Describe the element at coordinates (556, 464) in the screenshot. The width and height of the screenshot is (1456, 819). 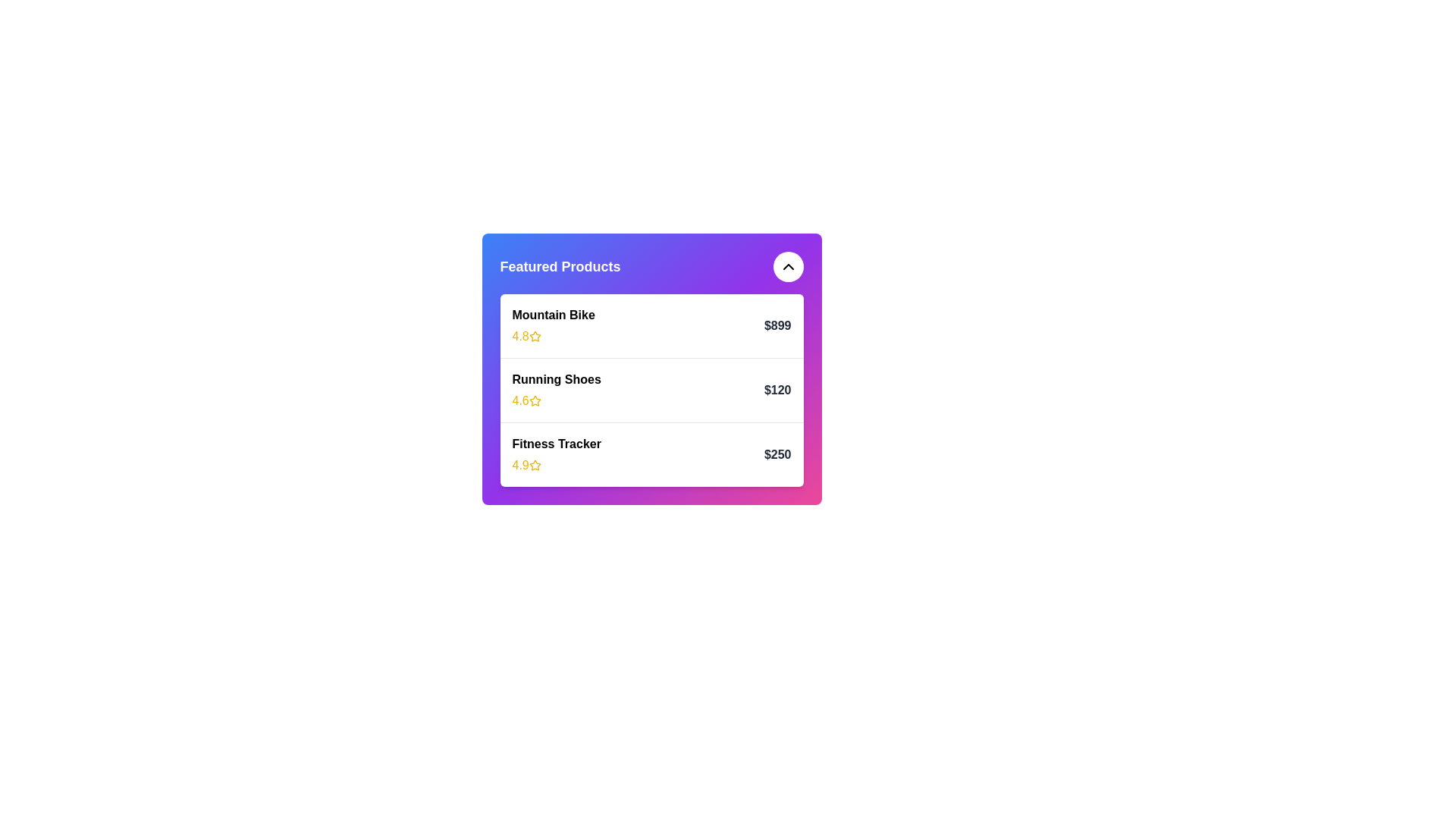
I see `the third rating element displaying the user or product rating for the 'Fitness Tracker' item, located under 'Featured Products' and to the left of the corresponding price` at that location.